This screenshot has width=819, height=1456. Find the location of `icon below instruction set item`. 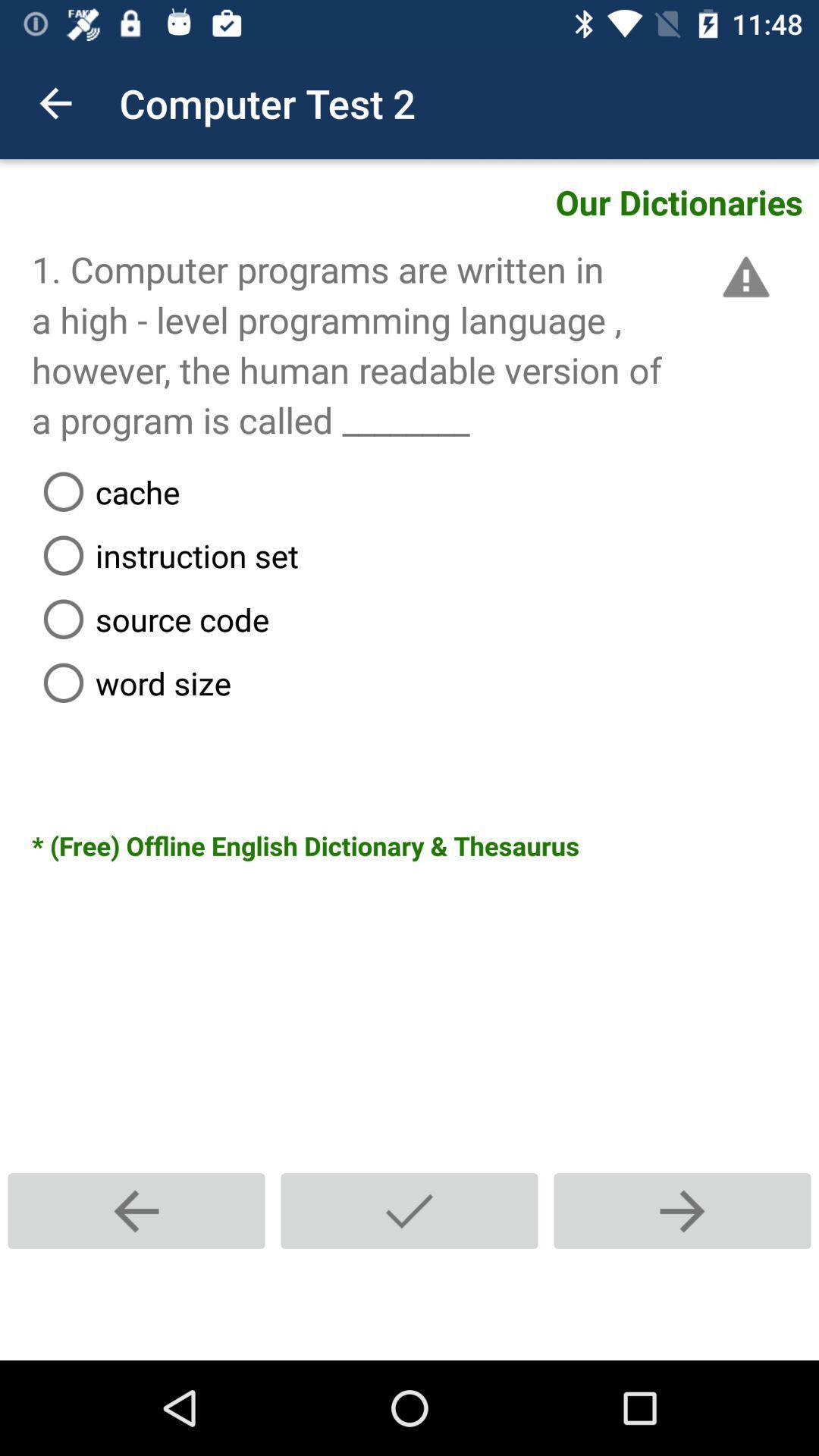

icon below instruction set item is located at coordinates (425, 619).